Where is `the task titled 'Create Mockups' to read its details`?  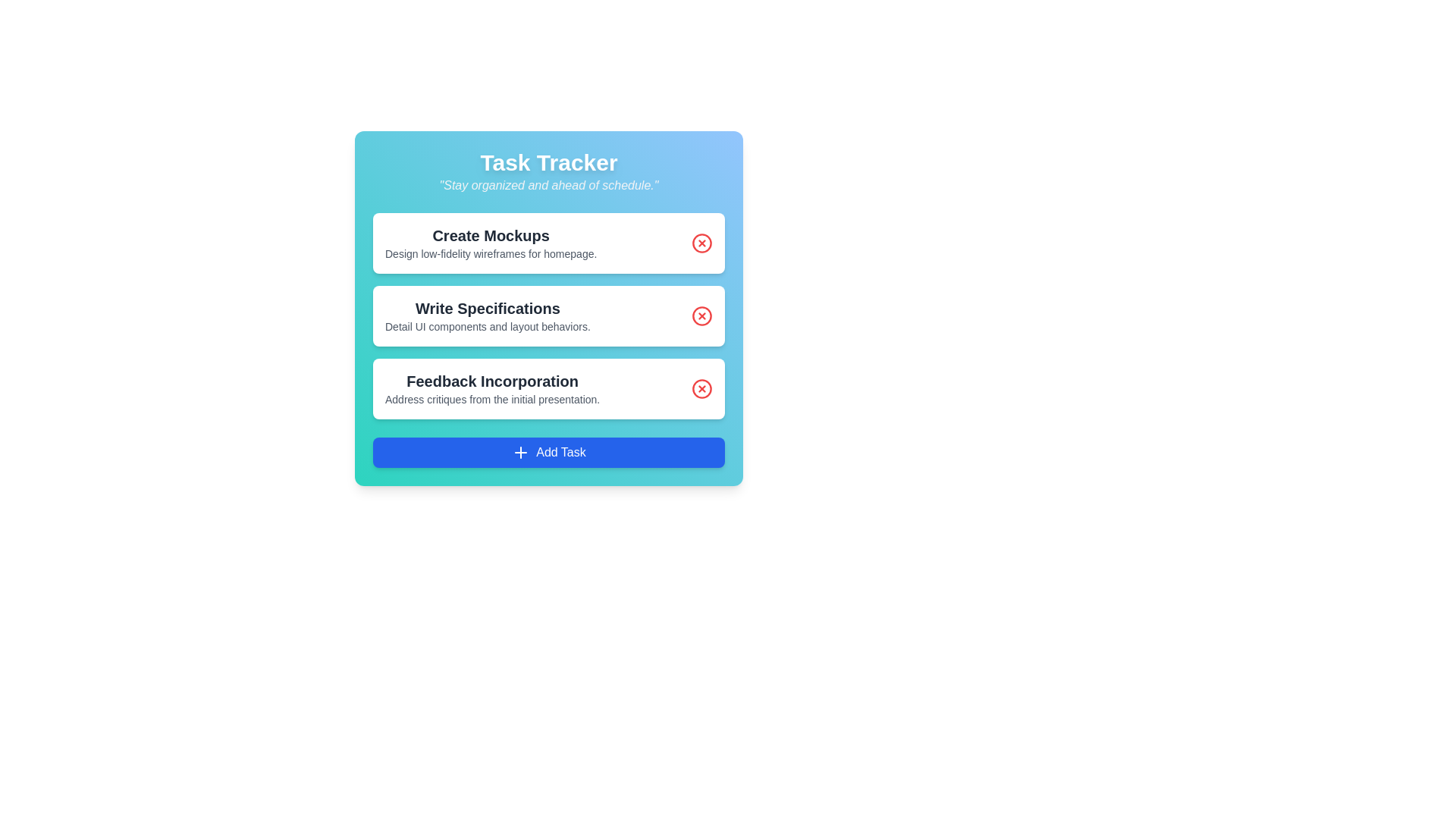 the task titled 'Create Mockups' to read its details is located at coordinates (548, 242).